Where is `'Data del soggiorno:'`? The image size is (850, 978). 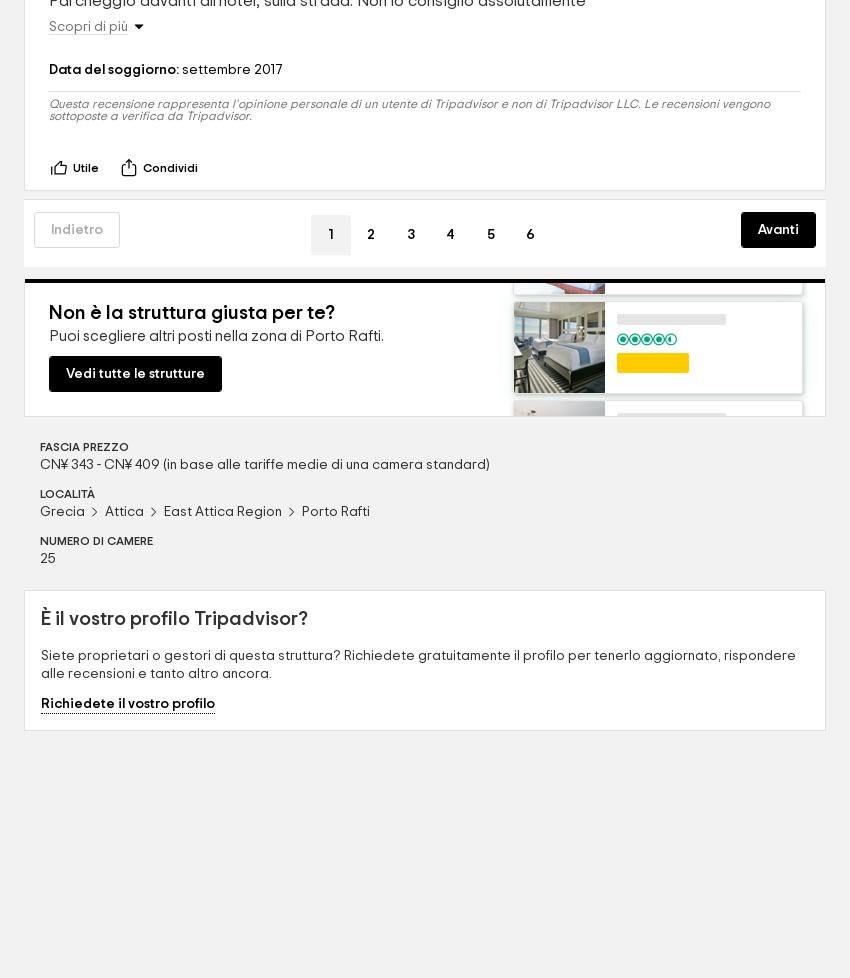
'Data del soggiorno:' is located at coordinates (48, 70).